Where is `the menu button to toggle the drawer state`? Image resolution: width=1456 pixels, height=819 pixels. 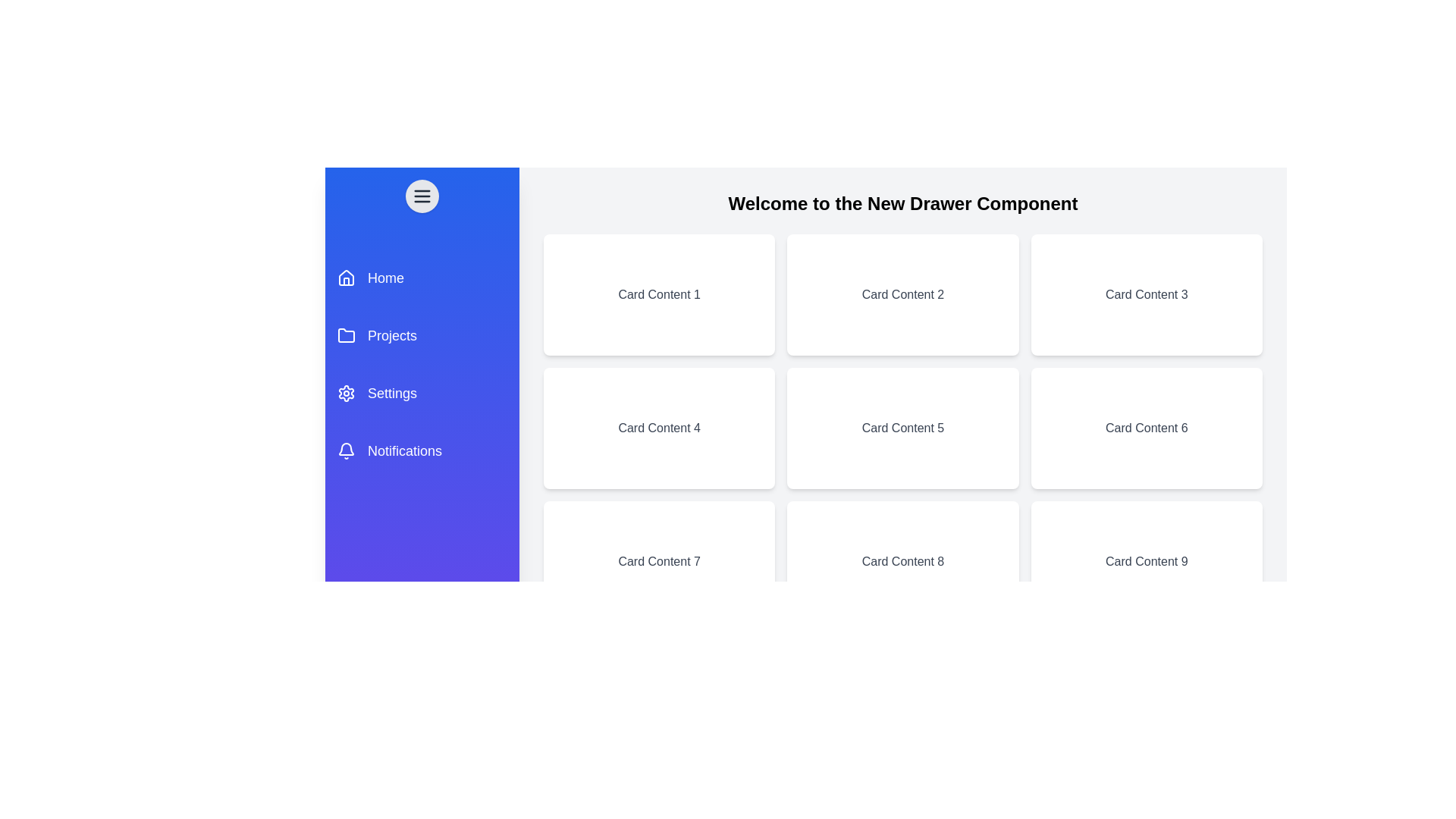 the menu button to toggle the drawer state is located at coordinates (422, 195).